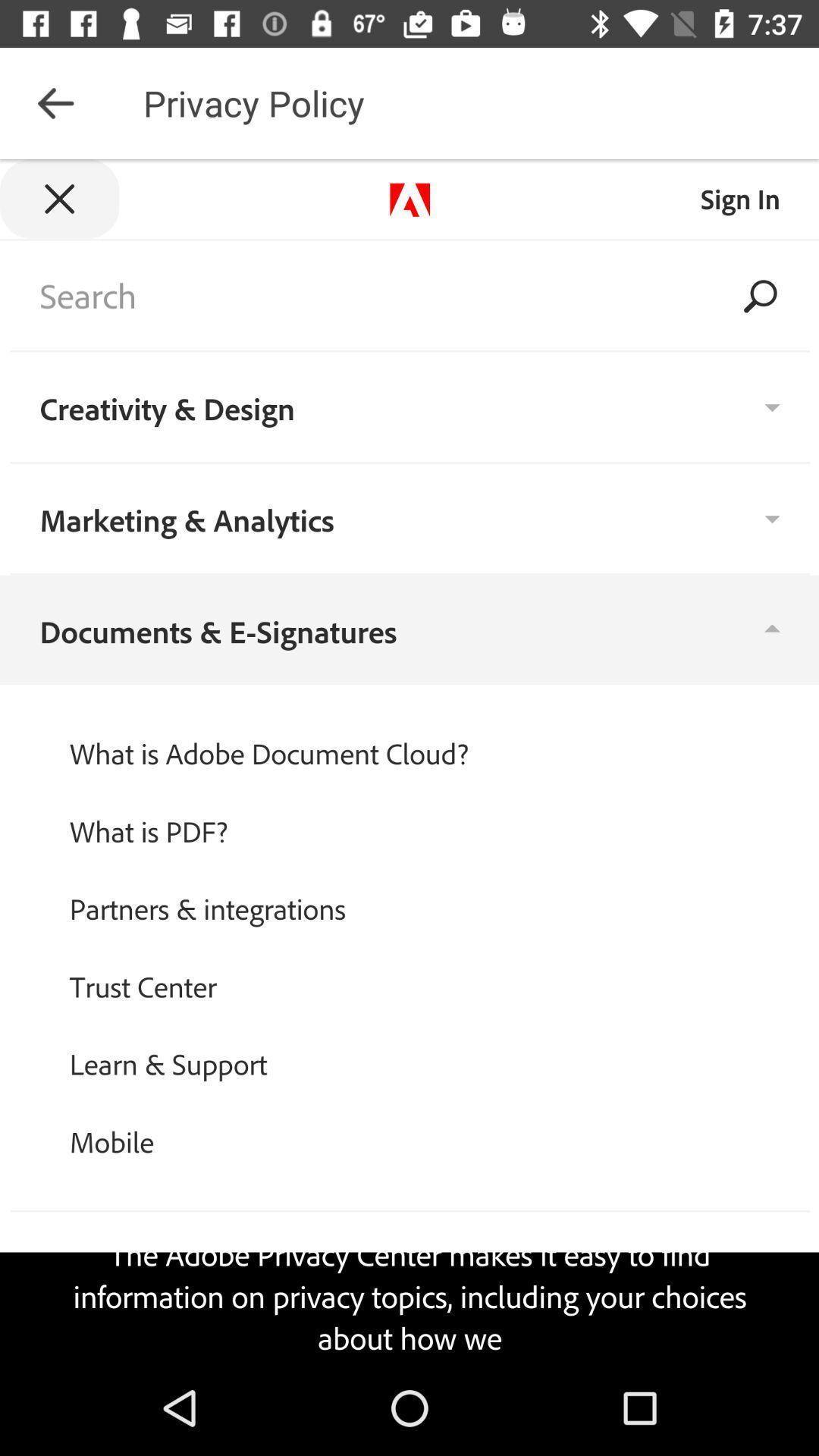  Describe the element at coordinates (409, 760) in the screenshot. I see `accordion of various information` at that location.